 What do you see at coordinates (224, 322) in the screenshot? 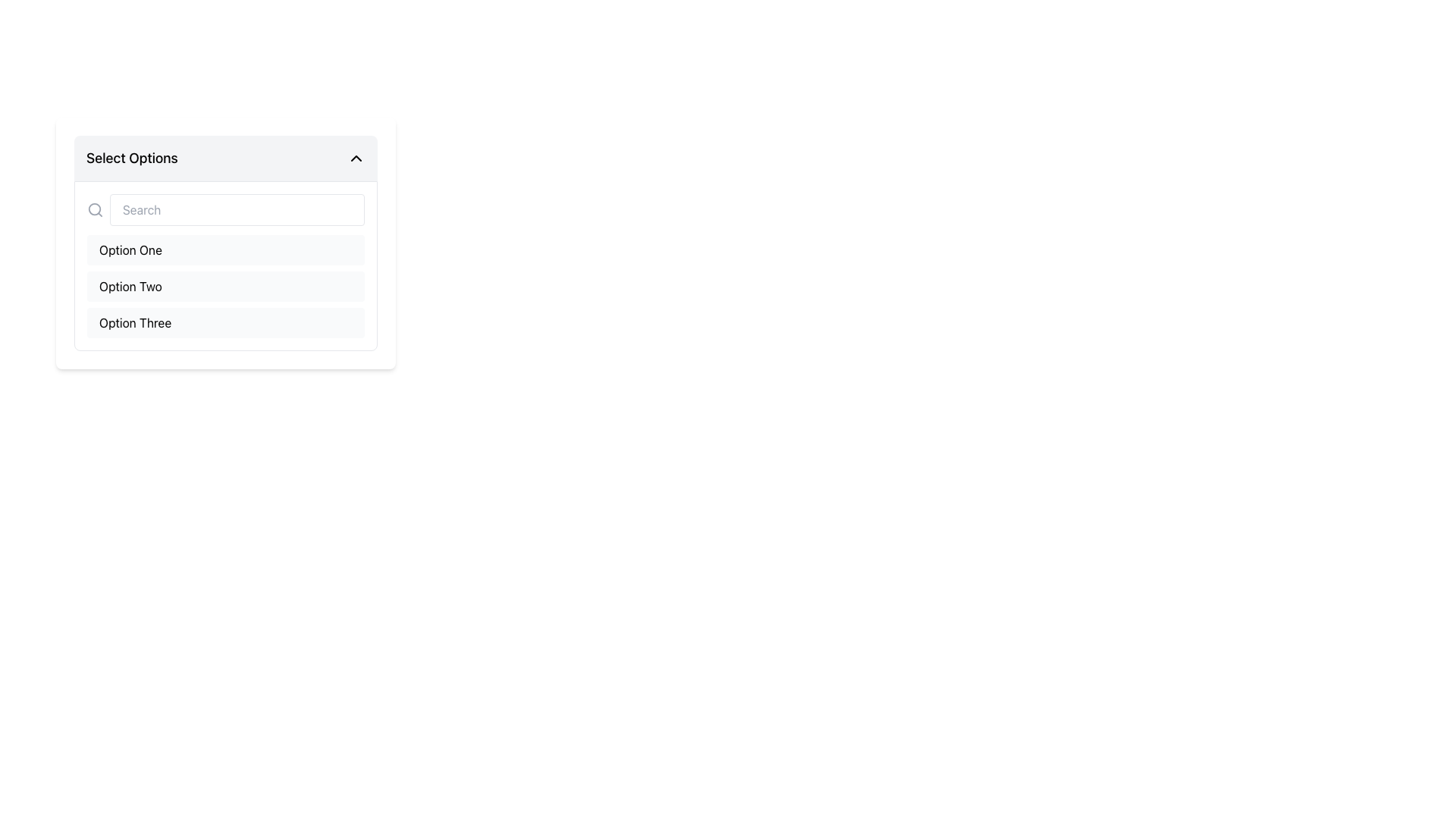
I see `the list item labeled 'Option Three'` at bounding box center [224, 322].